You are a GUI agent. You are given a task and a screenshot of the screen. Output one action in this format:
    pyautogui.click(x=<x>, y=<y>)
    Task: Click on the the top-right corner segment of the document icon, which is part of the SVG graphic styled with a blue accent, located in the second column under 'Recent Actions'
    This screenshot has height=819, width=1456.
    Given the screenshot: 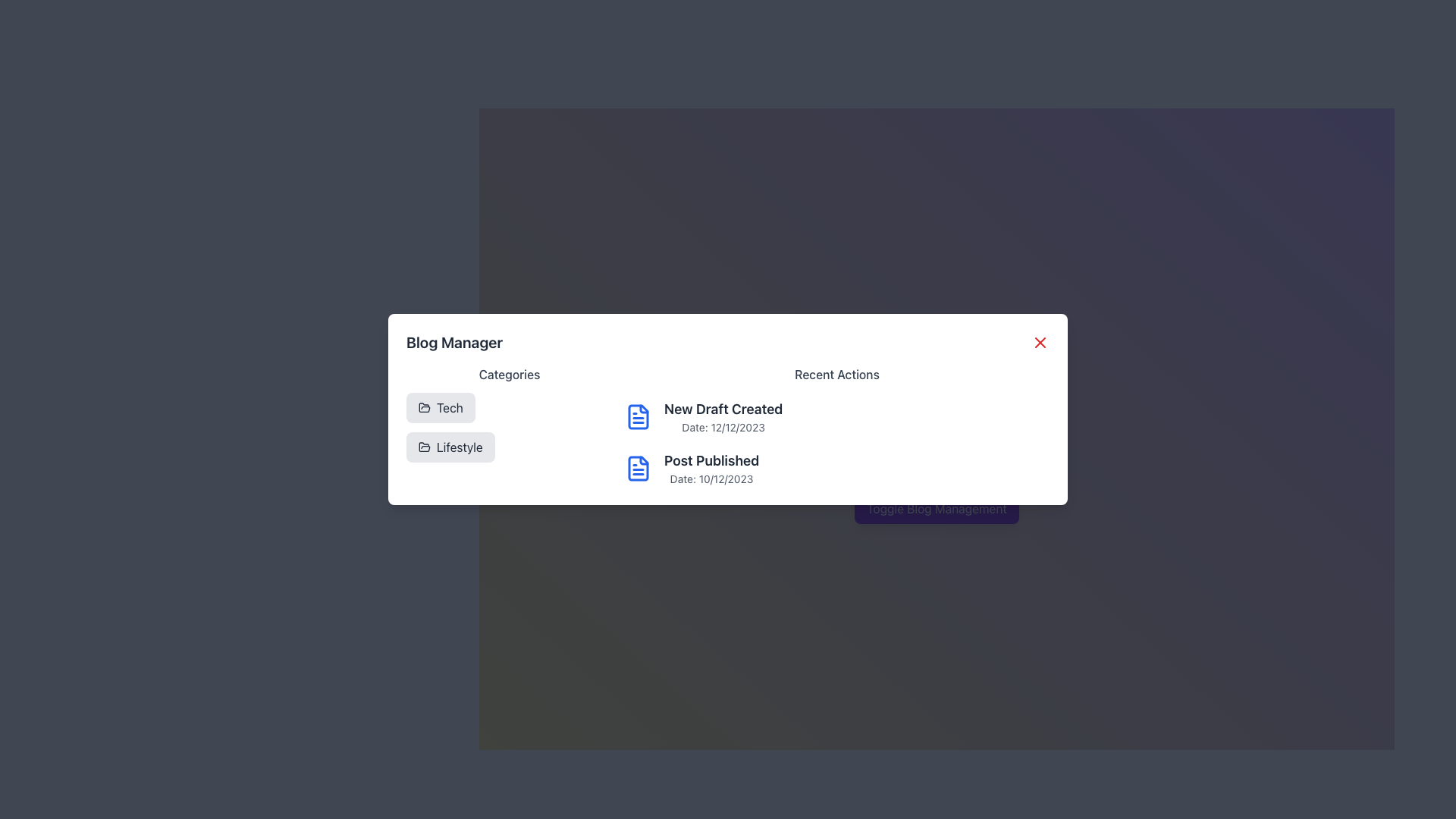 What is the action you would take?
    pyautogui.click(x=644, y=408)
    